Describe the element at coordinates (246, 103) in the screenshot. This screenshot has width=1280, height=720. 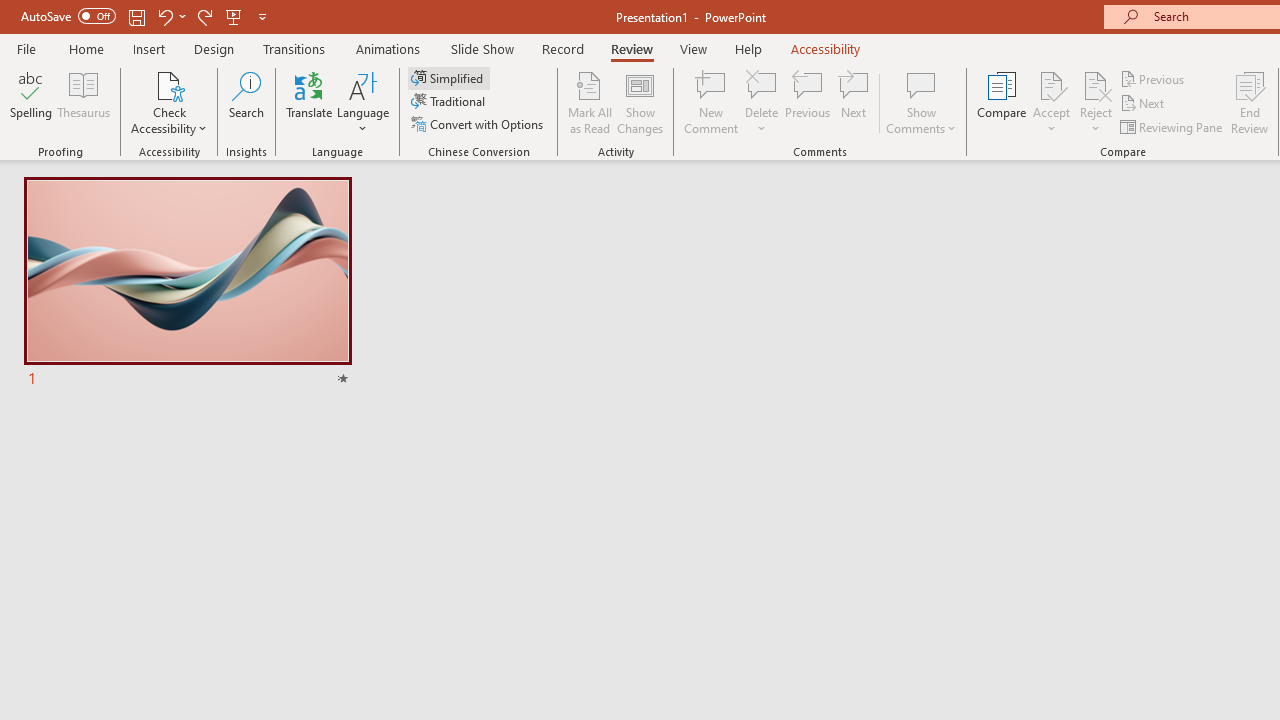
I see `'Search'` at that location.